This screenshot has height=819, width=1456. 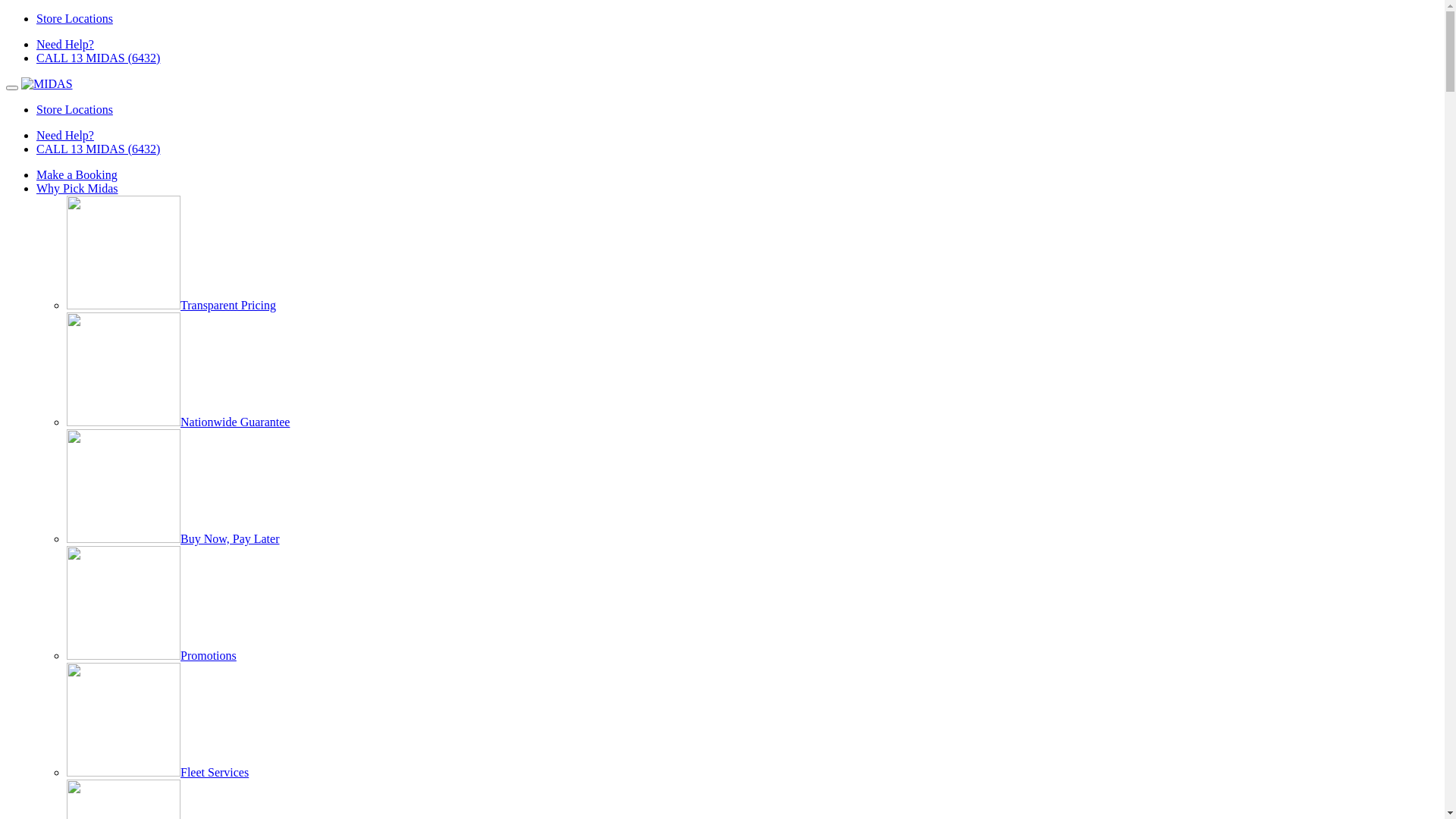 I want to click on 'Why Pick Midas', so click(x=36, y=187).